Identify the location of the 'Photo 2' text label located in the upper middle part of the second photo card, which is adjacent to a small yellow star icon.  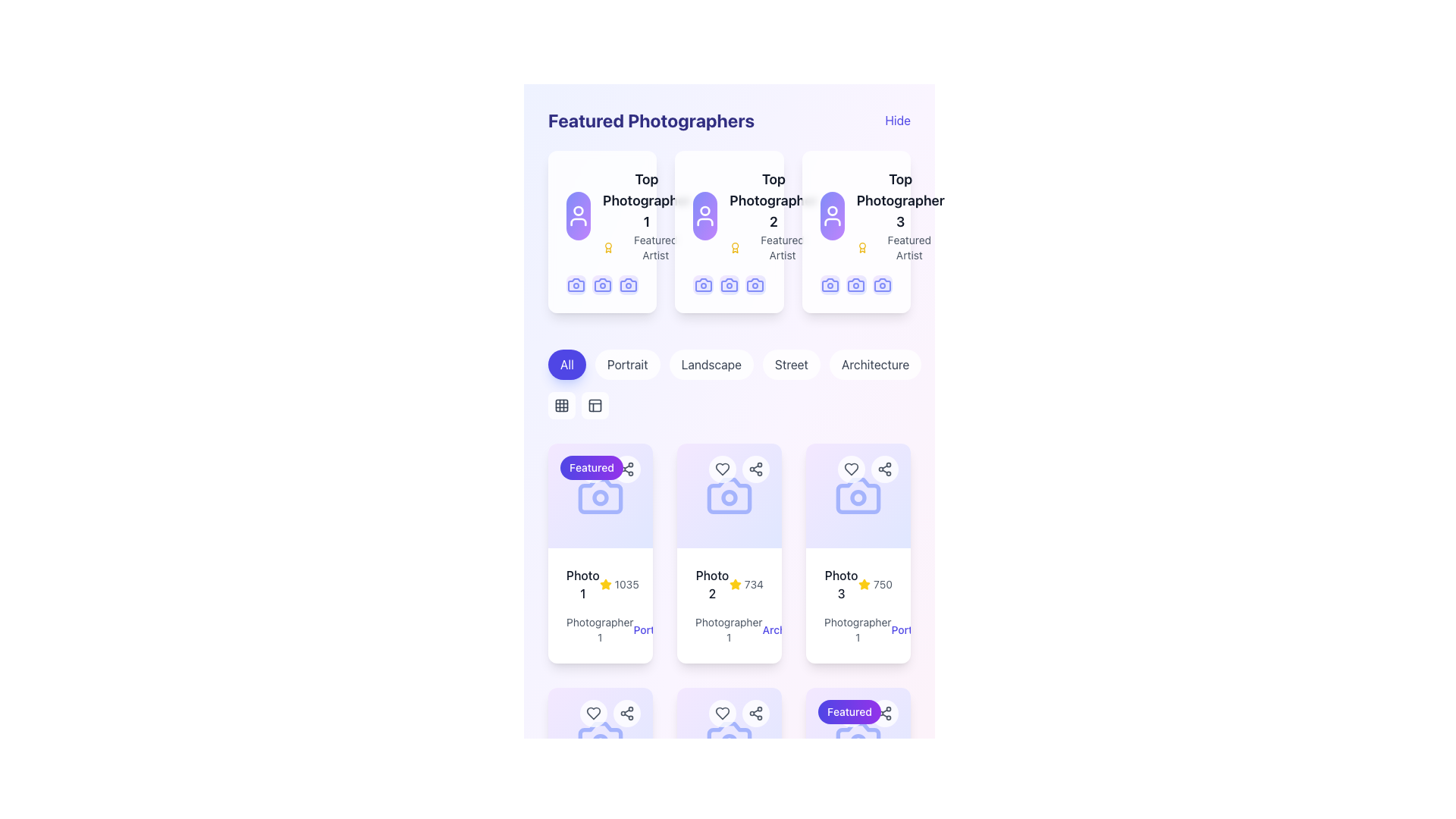
(711, 584).